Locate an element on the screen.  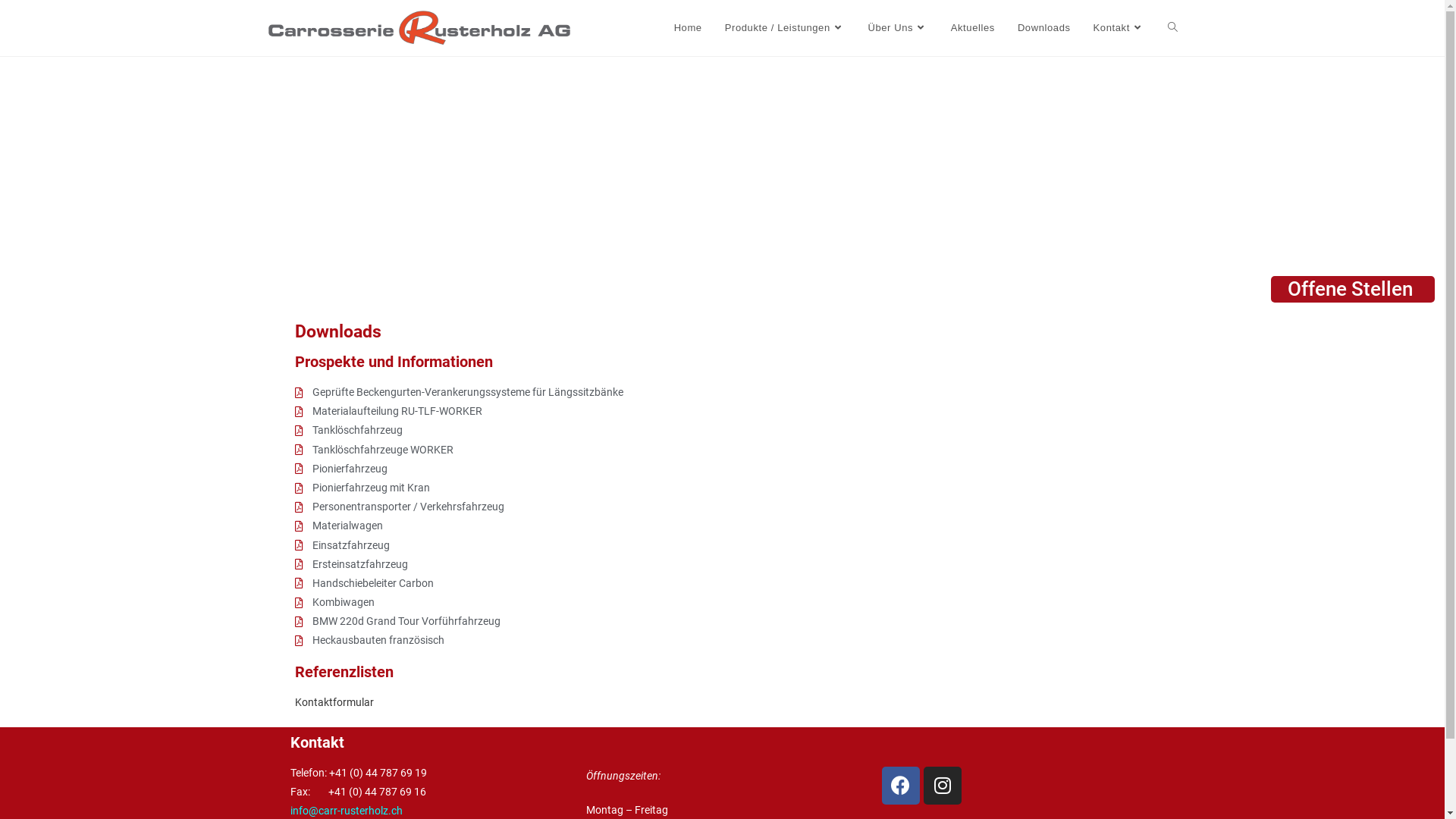
'Kontaktformular ' is located at coordinates (334, 701).